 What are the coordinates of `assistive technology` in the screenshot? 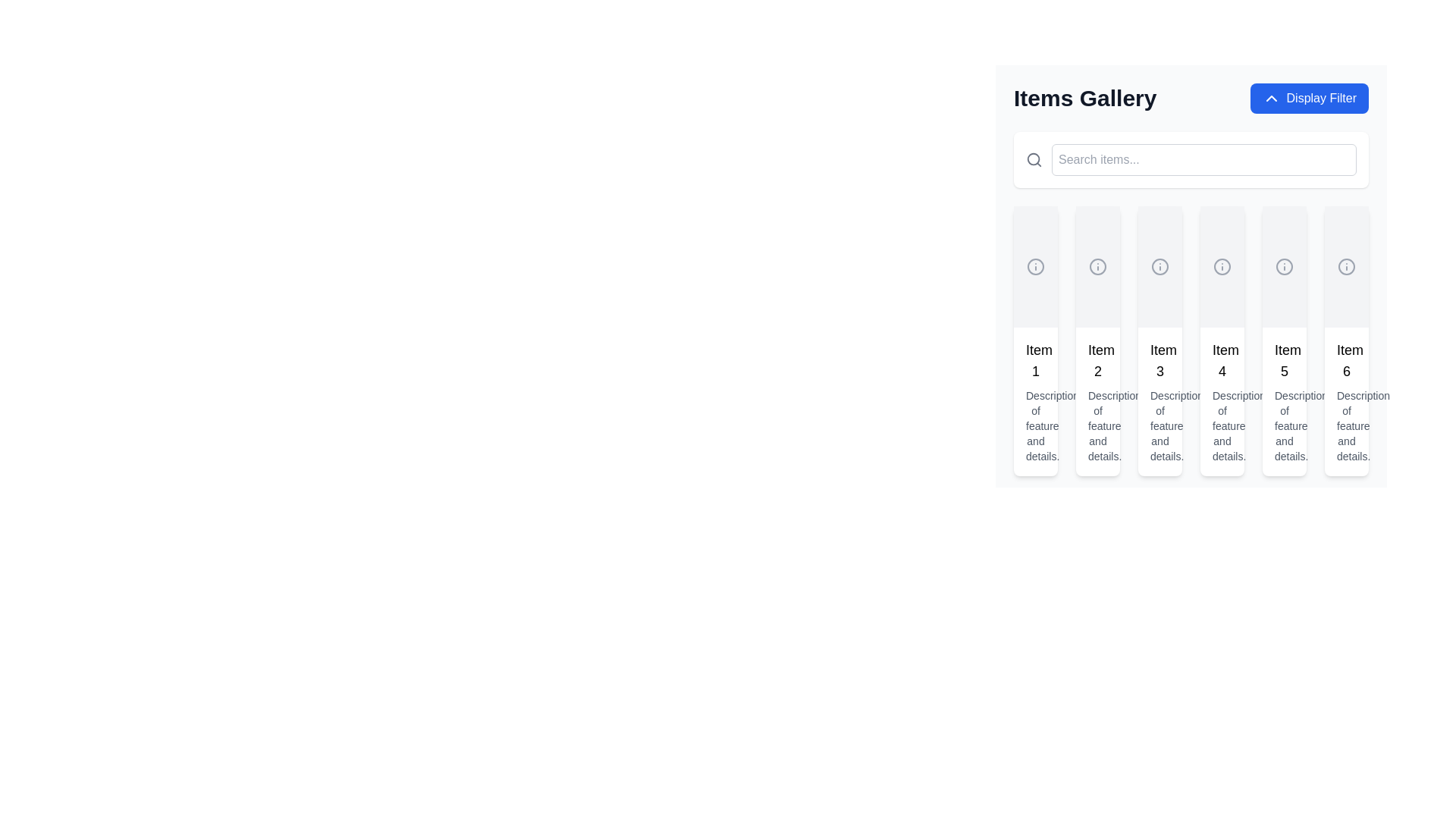 It's located at (1347, 426).